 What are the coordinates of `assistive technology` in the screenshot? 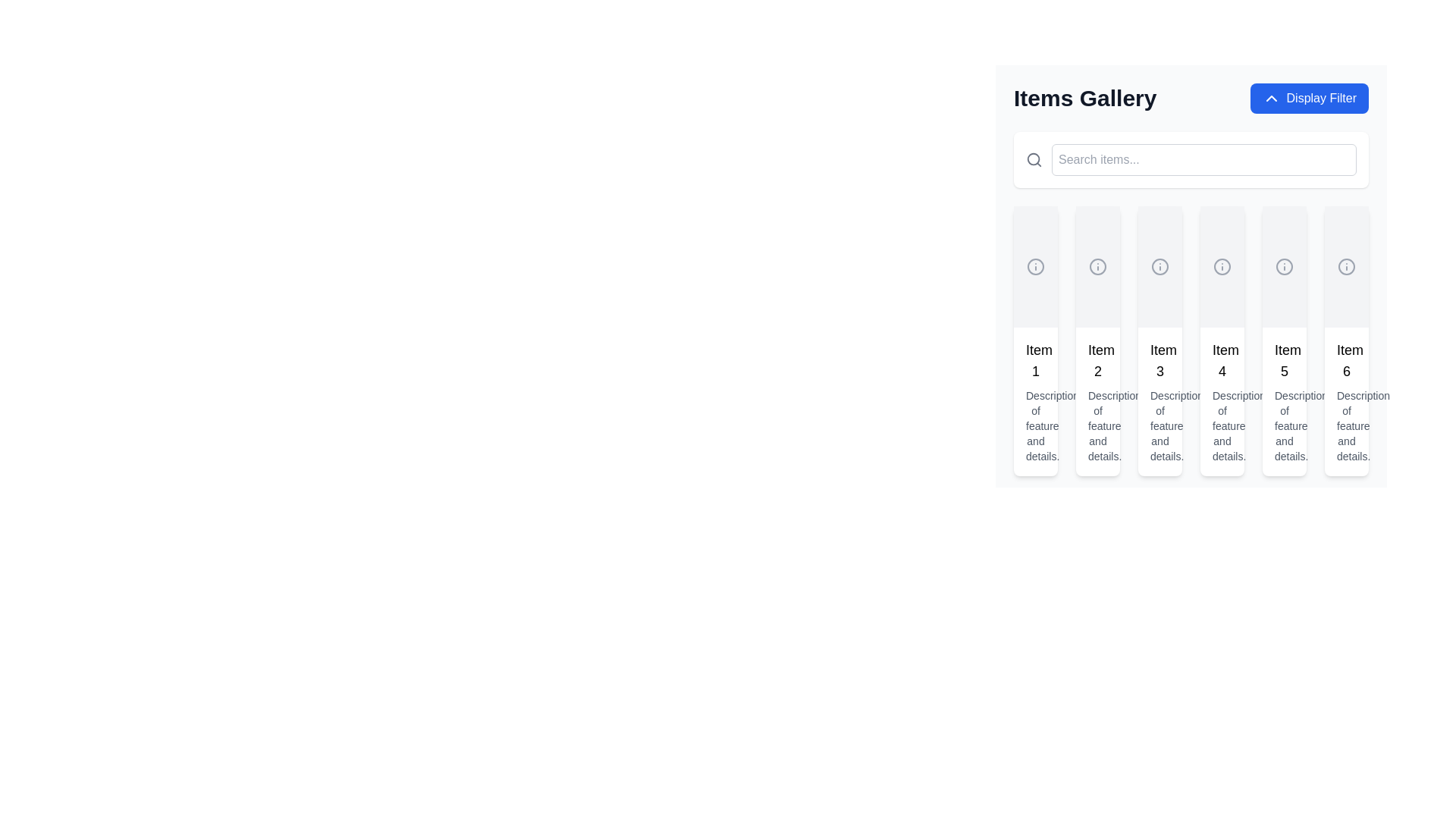 It's located at (1347, 426).